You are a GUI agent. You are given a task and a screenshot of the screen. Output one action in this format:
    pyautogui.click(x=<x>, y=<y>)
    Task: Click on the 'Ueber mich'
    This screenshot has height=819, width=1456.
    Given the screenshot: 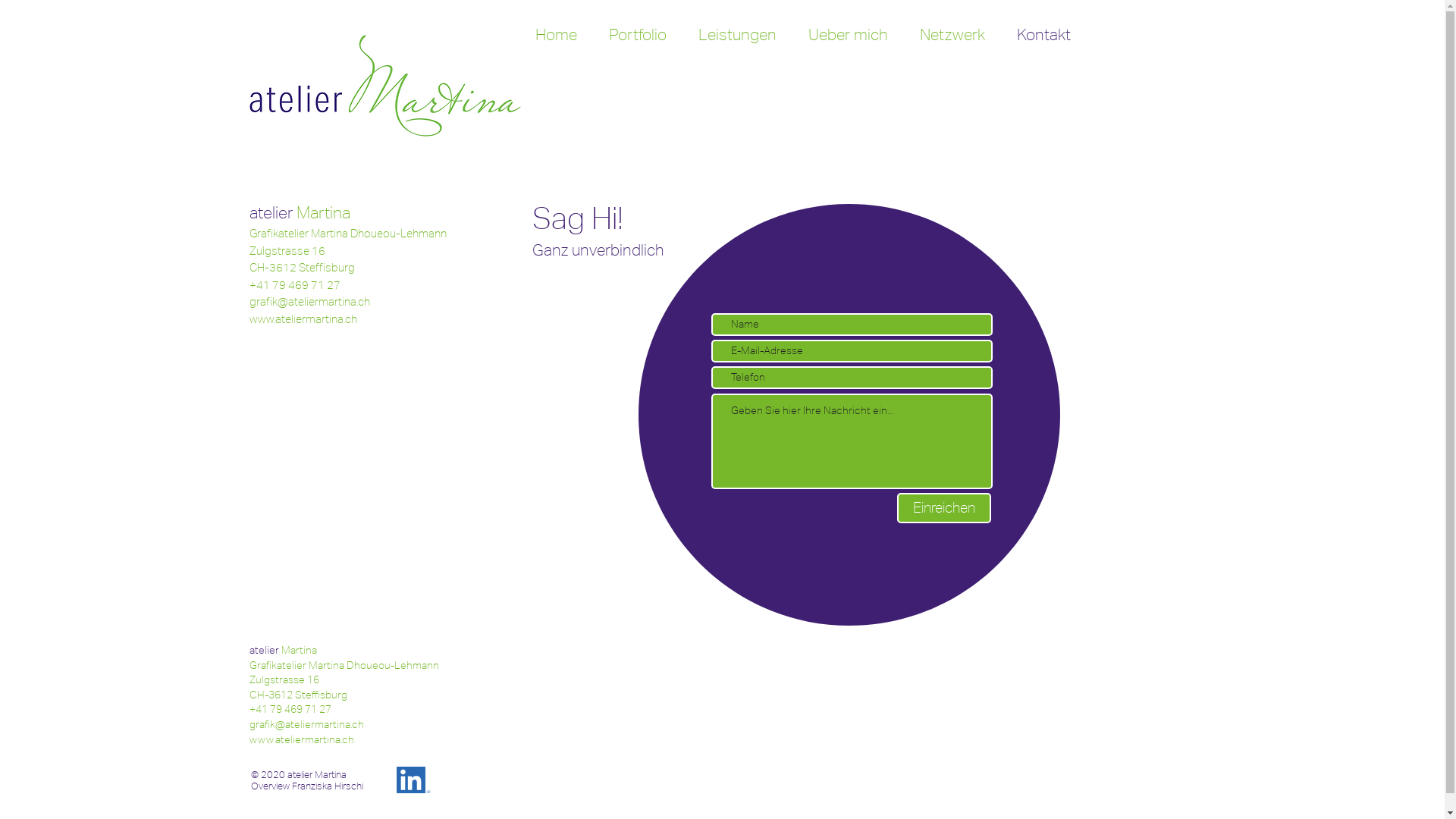 What is the action you would take?
    pyautogui.click(x=846, y=34)
    